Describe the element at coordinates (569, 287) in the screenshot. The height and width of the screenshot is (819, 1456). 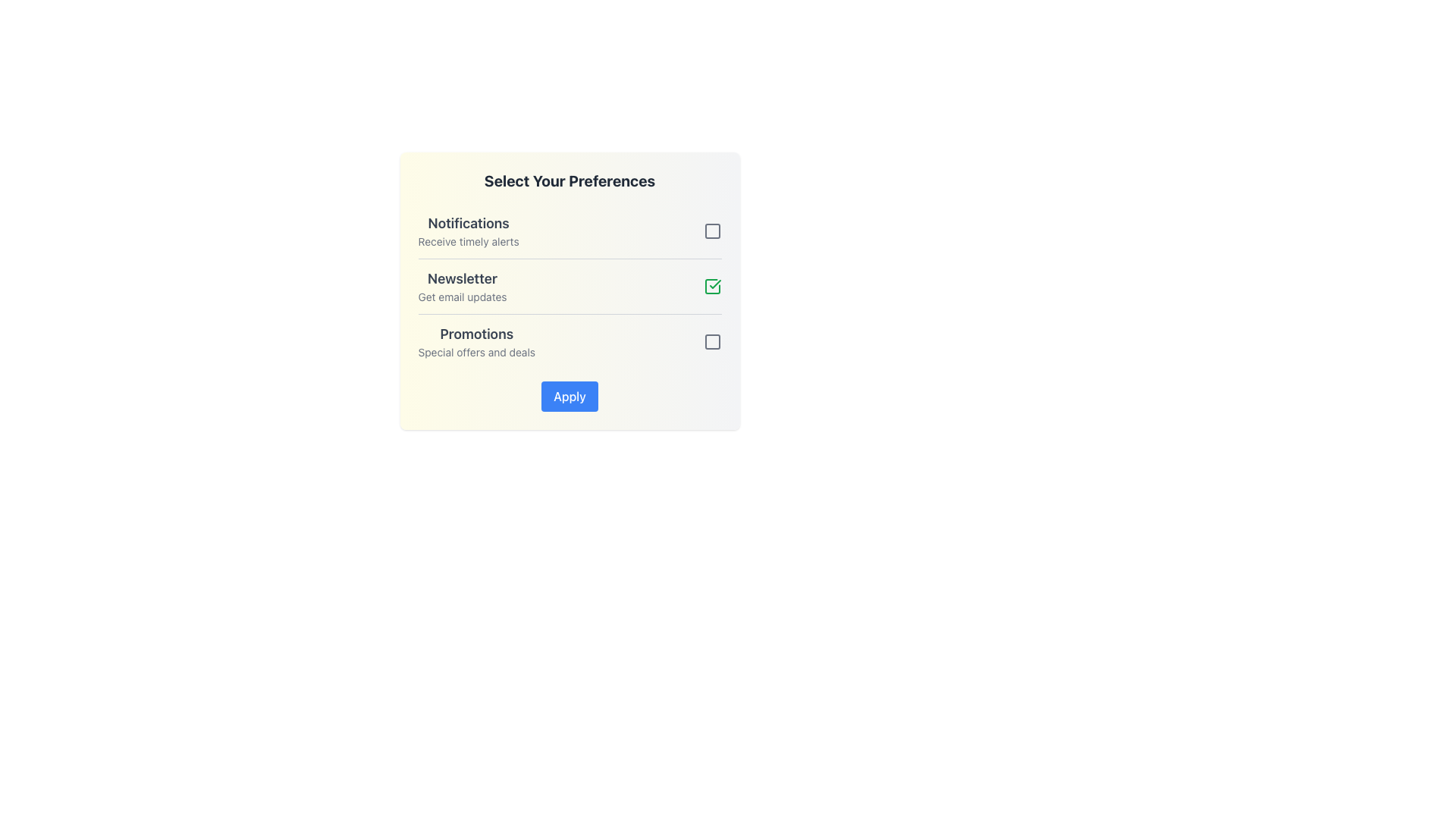
I see `the Multi-section preference selector with checkboxes in the 'Select Your Preferences' dialog` at that location.